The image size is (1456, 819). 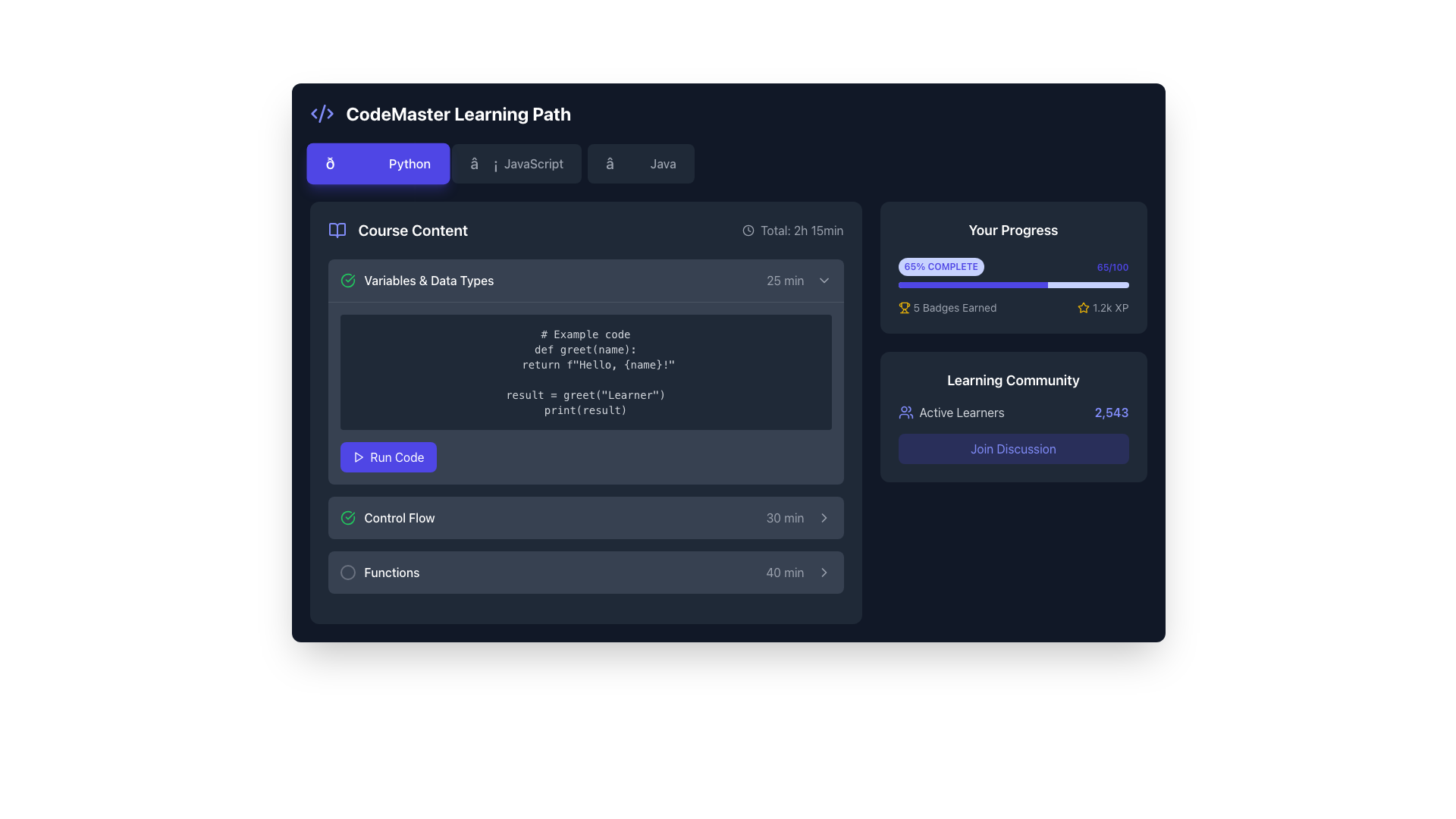 I want to click on the Code block display element located, so click(x=585, y=372).